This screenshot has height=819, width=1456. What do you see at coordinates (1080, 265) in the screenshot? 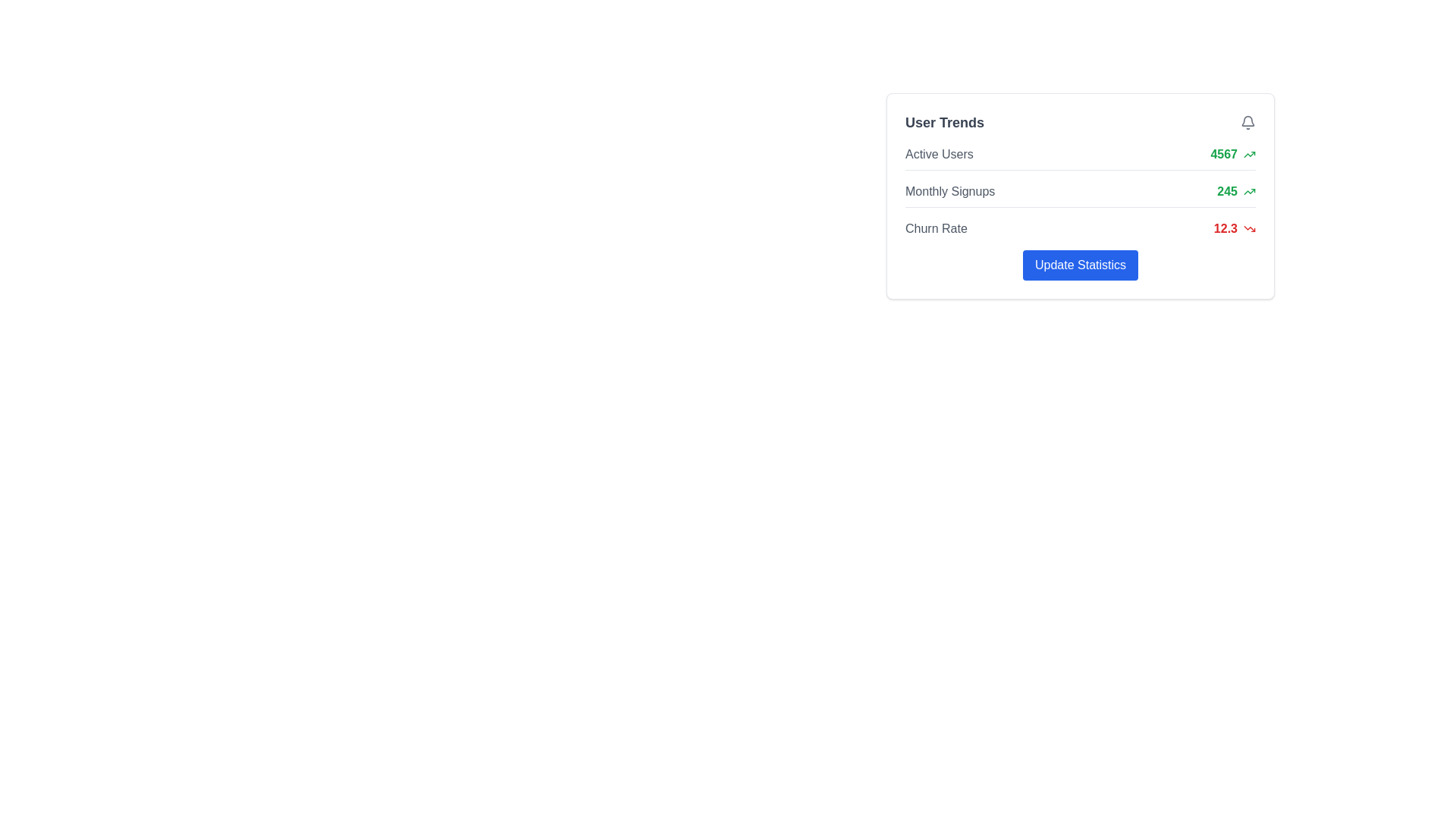
I see `the 'Update Statistics' button, which has a vibrant blue background and white text, located at the bottom of the 'User Trends' card` at bounding box center [1080, 265].